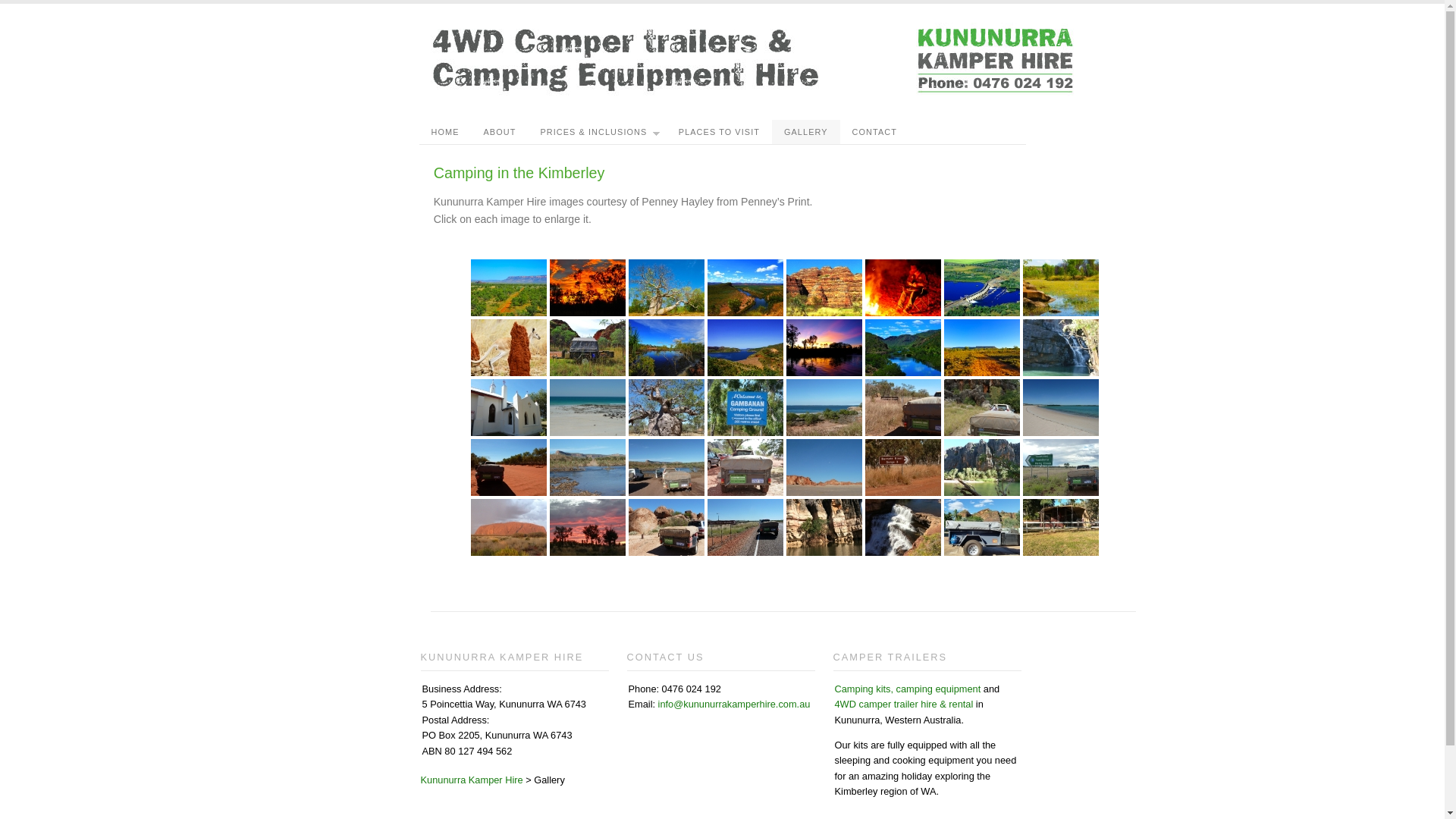  I want to click on '4WD camper trailer hire & rental', so click(903, 704).